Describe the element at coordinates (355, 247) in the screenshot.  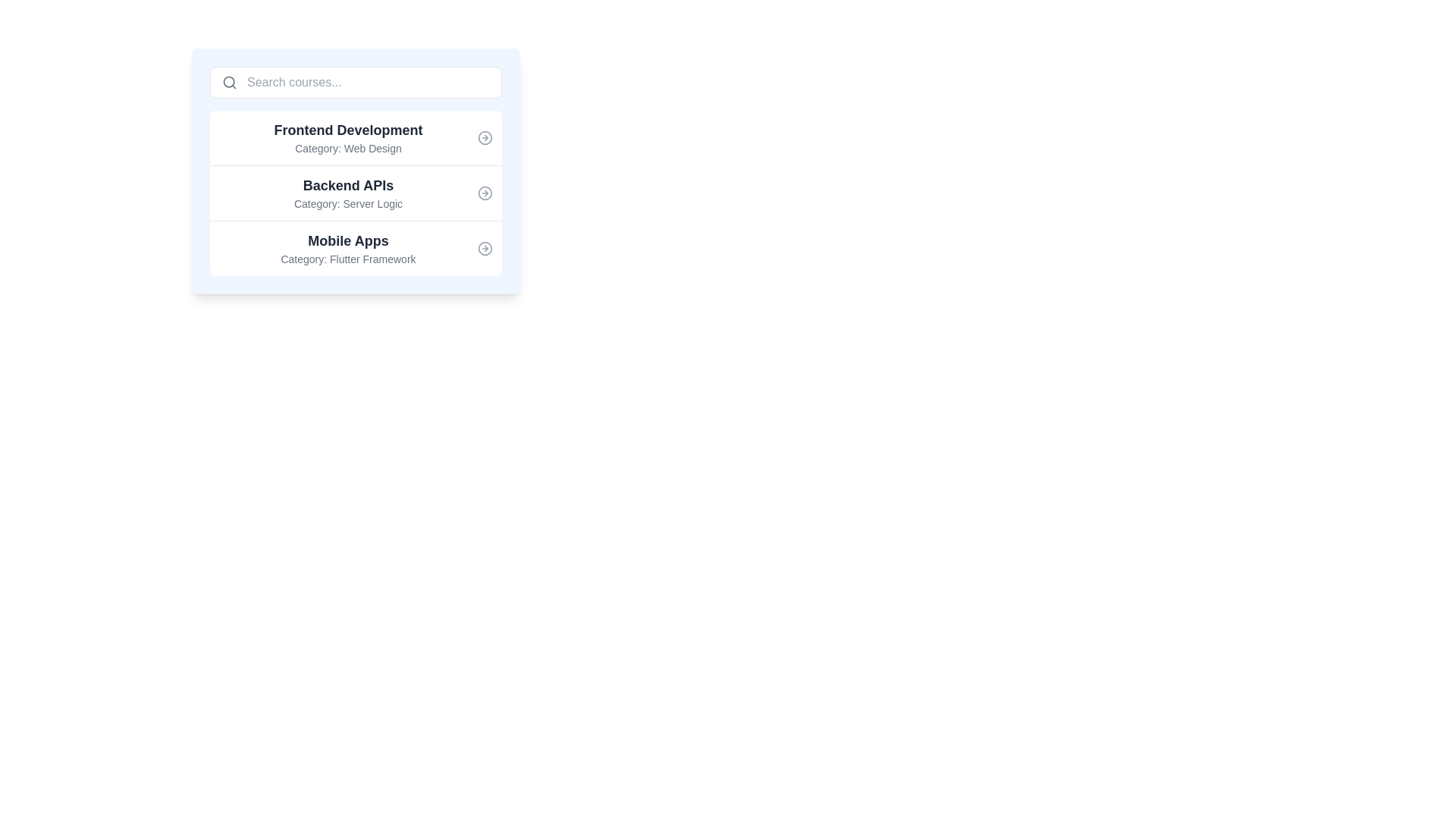
I see `the button labeled 'Mobile Apps' which is the third item in a vertically stacked list, featuring a subtitle 'Category: Flutter Framework' and an arrow icon to the right` at that location.